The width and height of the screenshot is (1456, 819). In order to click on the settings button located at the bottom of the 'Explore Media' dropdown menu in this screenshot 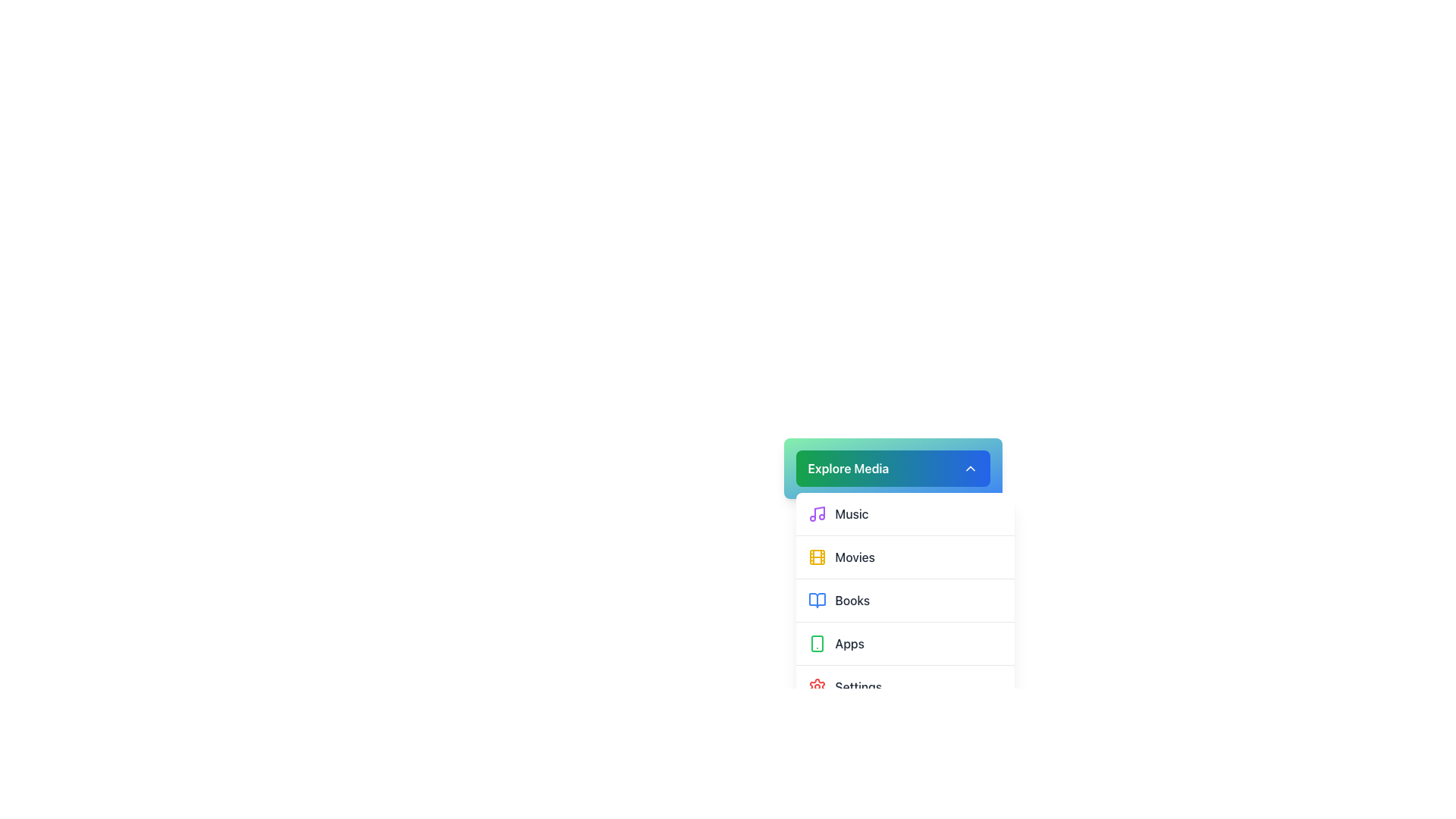, I will do `click(905, 686)`.